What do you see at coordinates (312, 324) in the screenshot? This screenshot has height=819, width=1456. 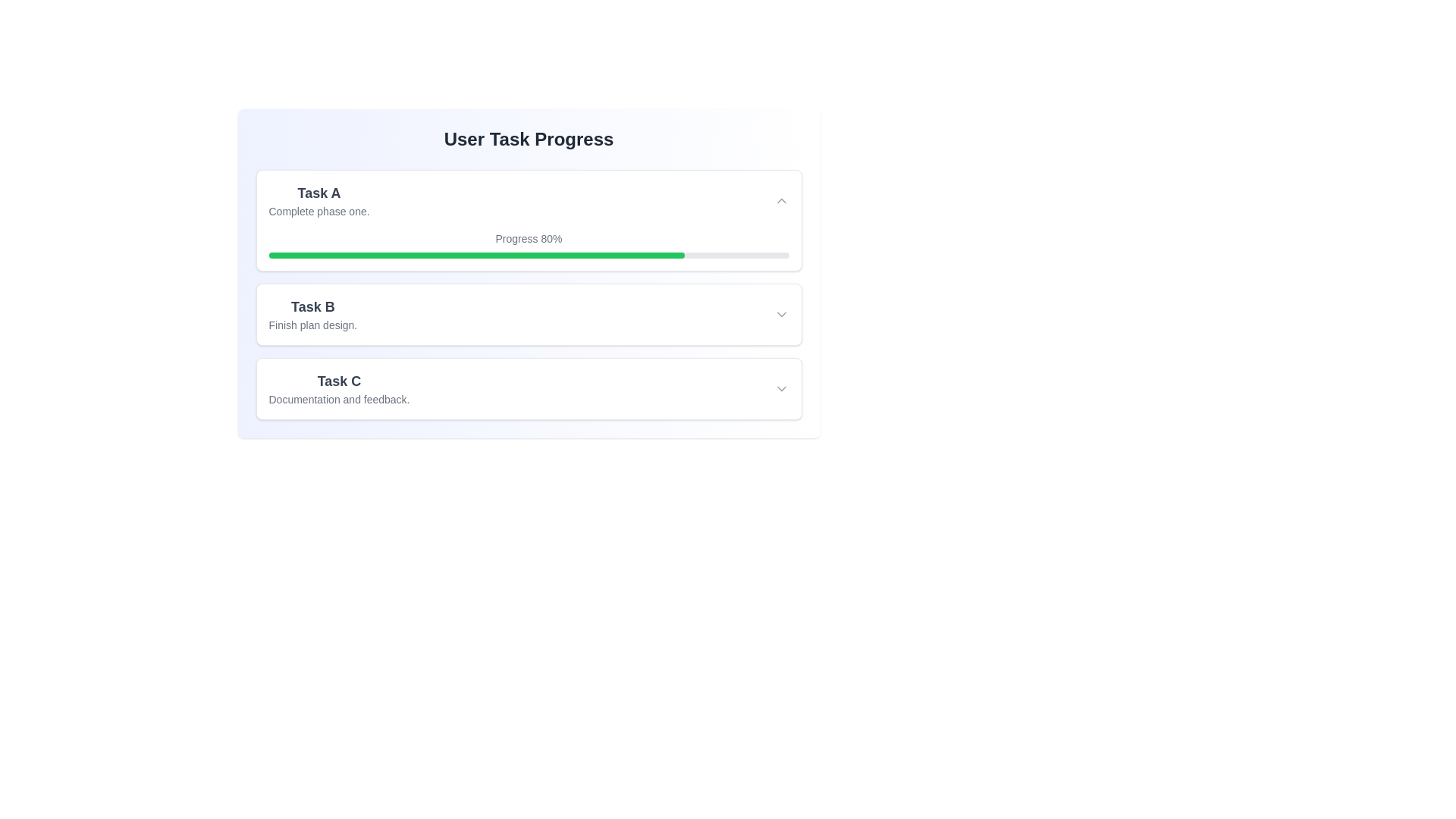 I see `the static text label element displaying 'Finish plan design.' which is styled in gray color and positioned beneath the 'Task B' label within the task card structure` at bounding box center [312, 324].